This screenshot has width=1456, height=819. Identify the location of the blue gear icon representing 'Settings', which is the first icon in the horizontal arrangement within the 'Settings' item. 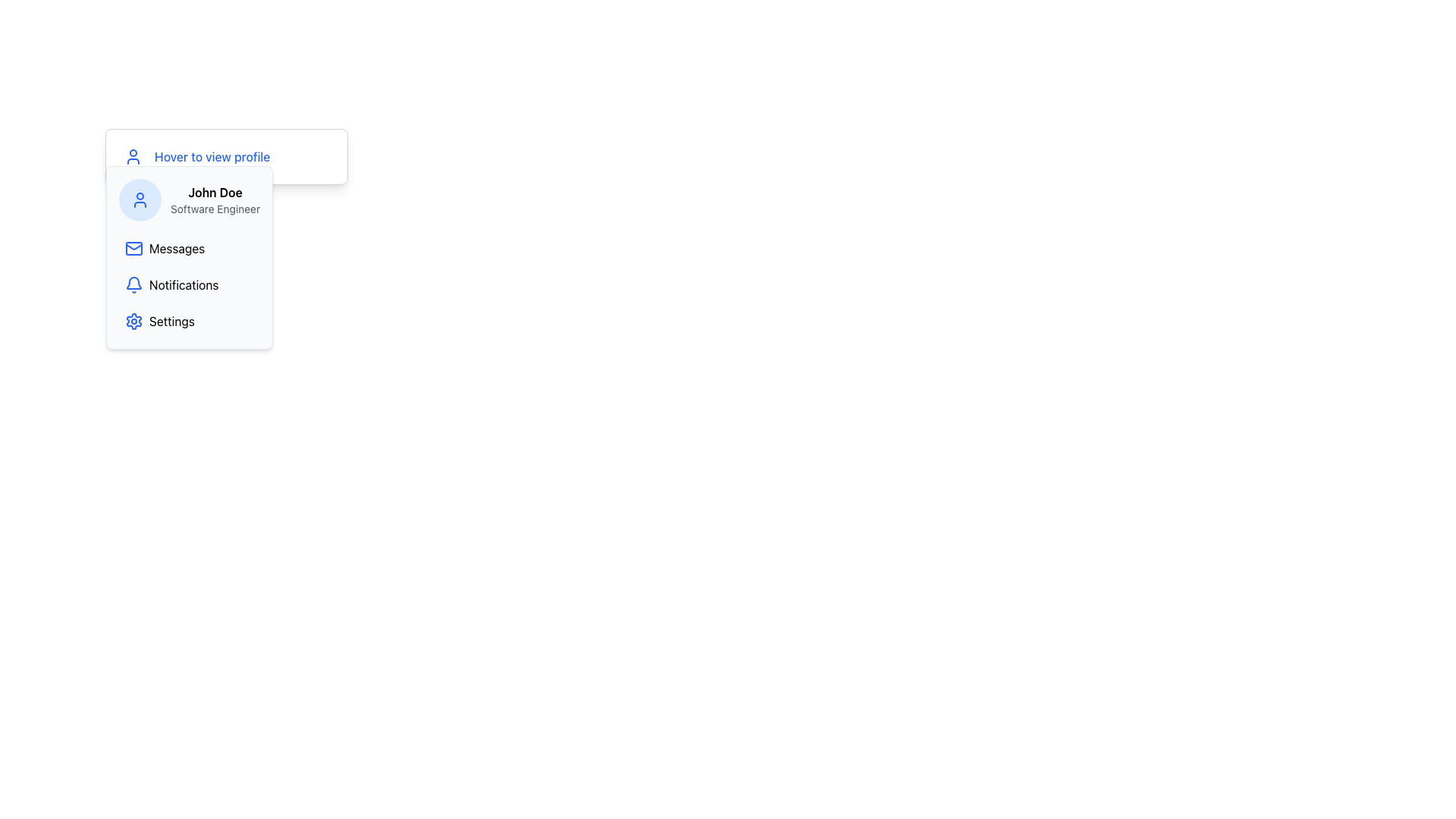
(134, 321).